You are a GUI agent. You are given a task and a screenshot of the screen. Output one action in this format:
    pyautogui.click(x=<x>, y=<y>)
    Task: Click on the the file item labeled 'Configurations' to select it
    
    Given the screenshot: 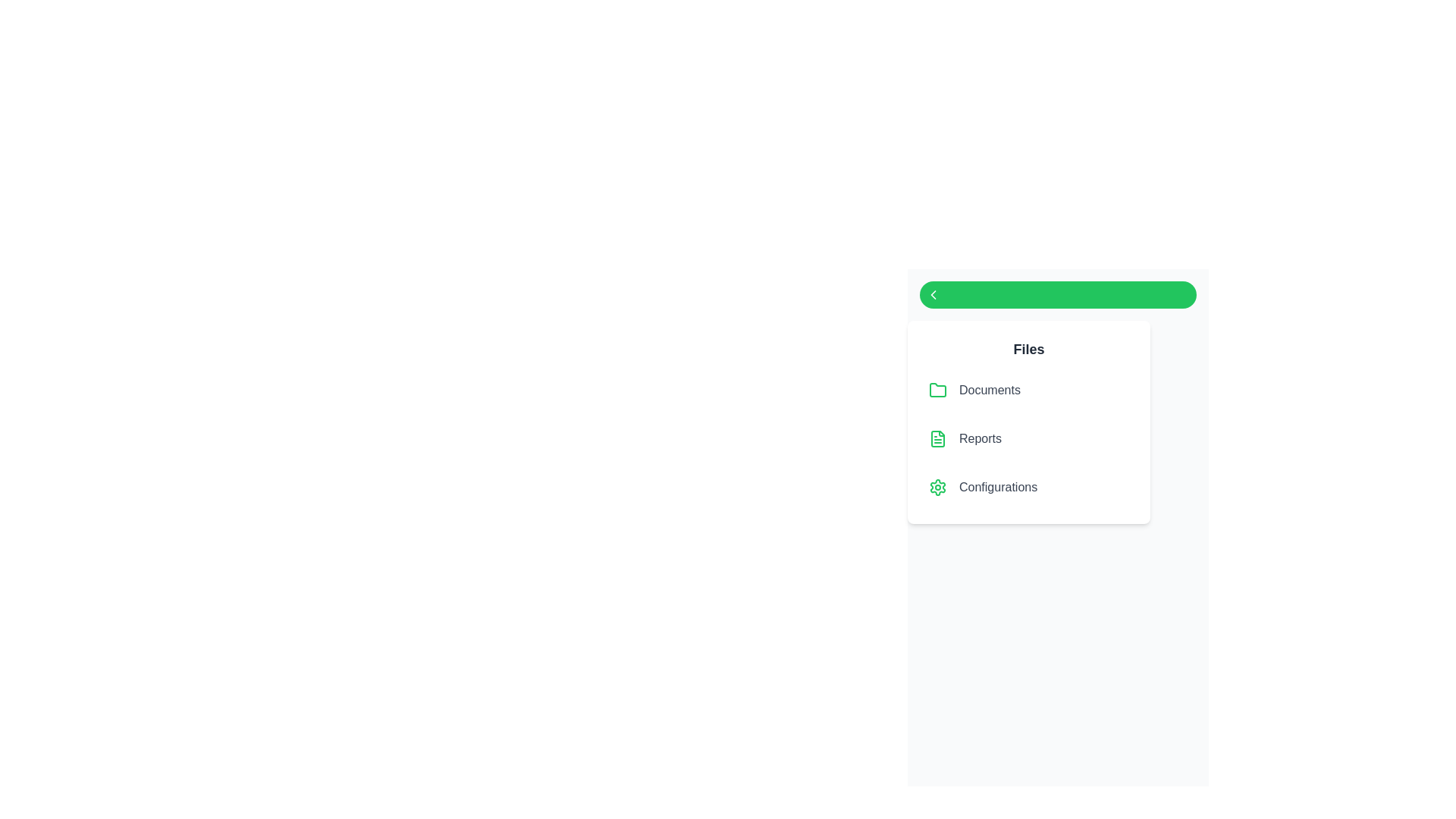 What is the action you would take?
    pyautogui.click(x=1029, y=488)
    